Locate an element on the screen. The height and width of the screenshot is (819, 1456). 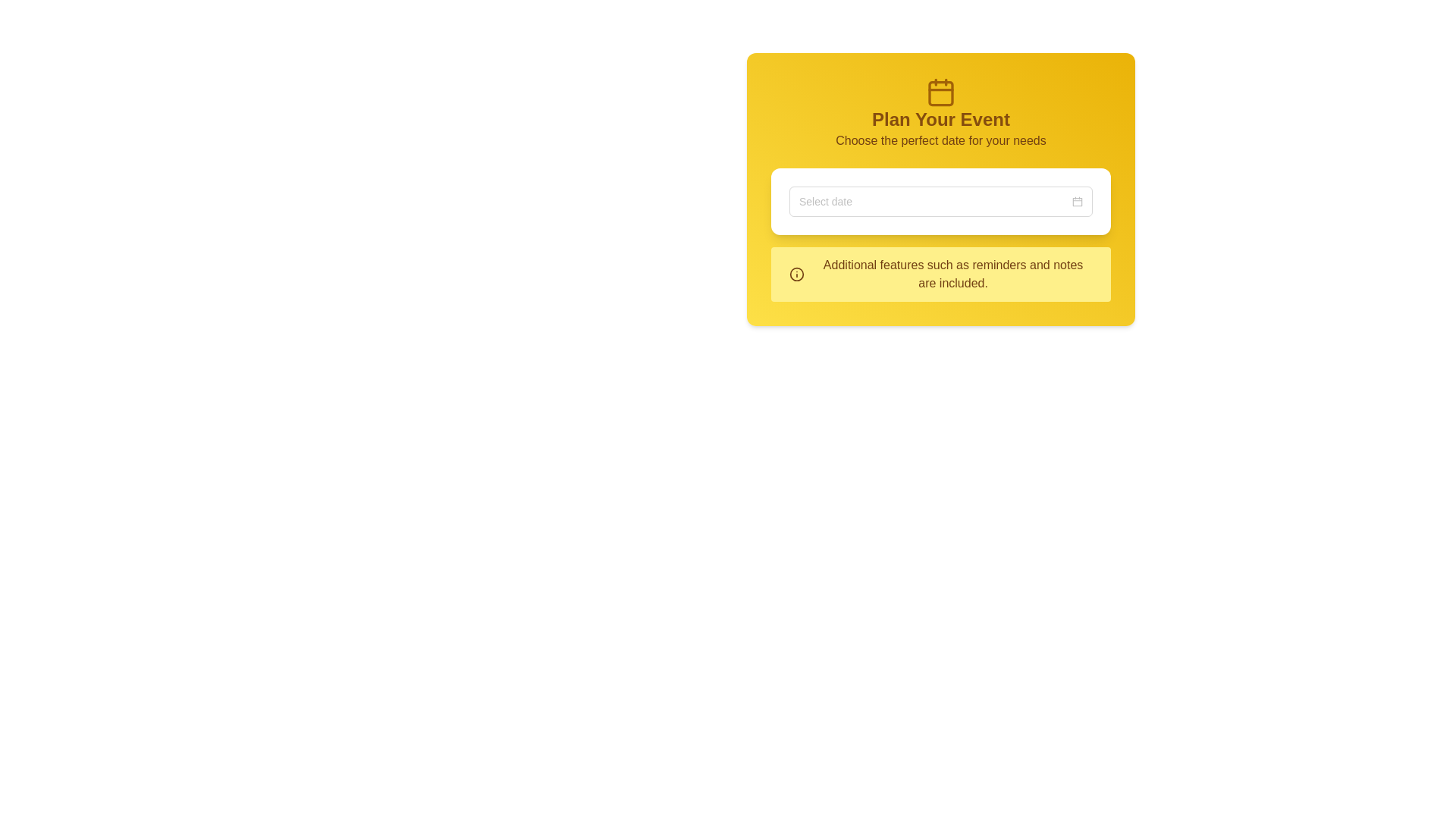
the calendar icon button located at the far-right end of the date picker input field, adjacent to the 'Select Date' placeholder text is located at coordinates (1076, 201).